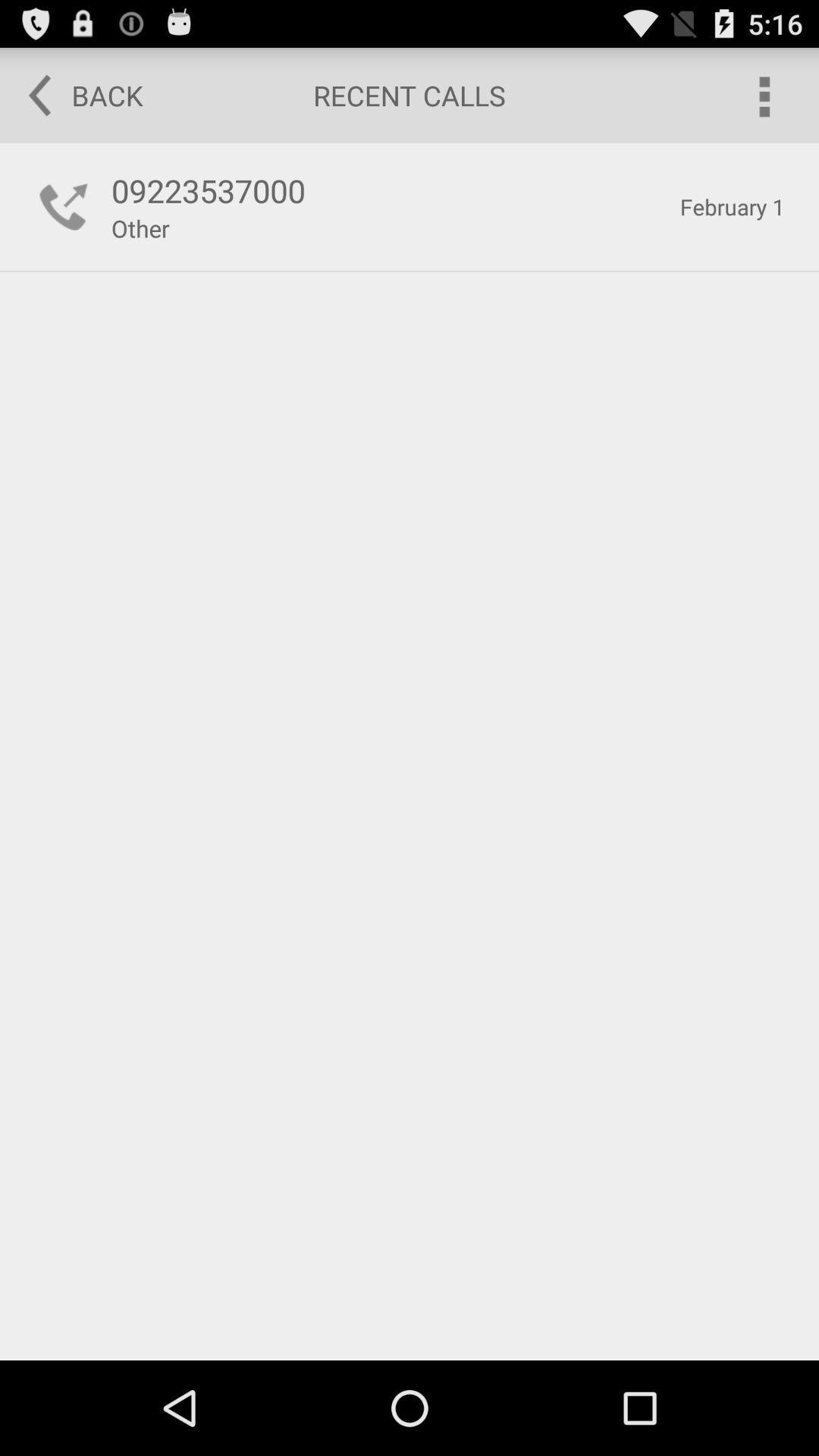 Image resolution: width=819 pixels, height=1456 pixels. What do you see at coordinates (763, 94) in the screenshot?
I see `icon above the february 1 app` at bounding box center [763, 94].